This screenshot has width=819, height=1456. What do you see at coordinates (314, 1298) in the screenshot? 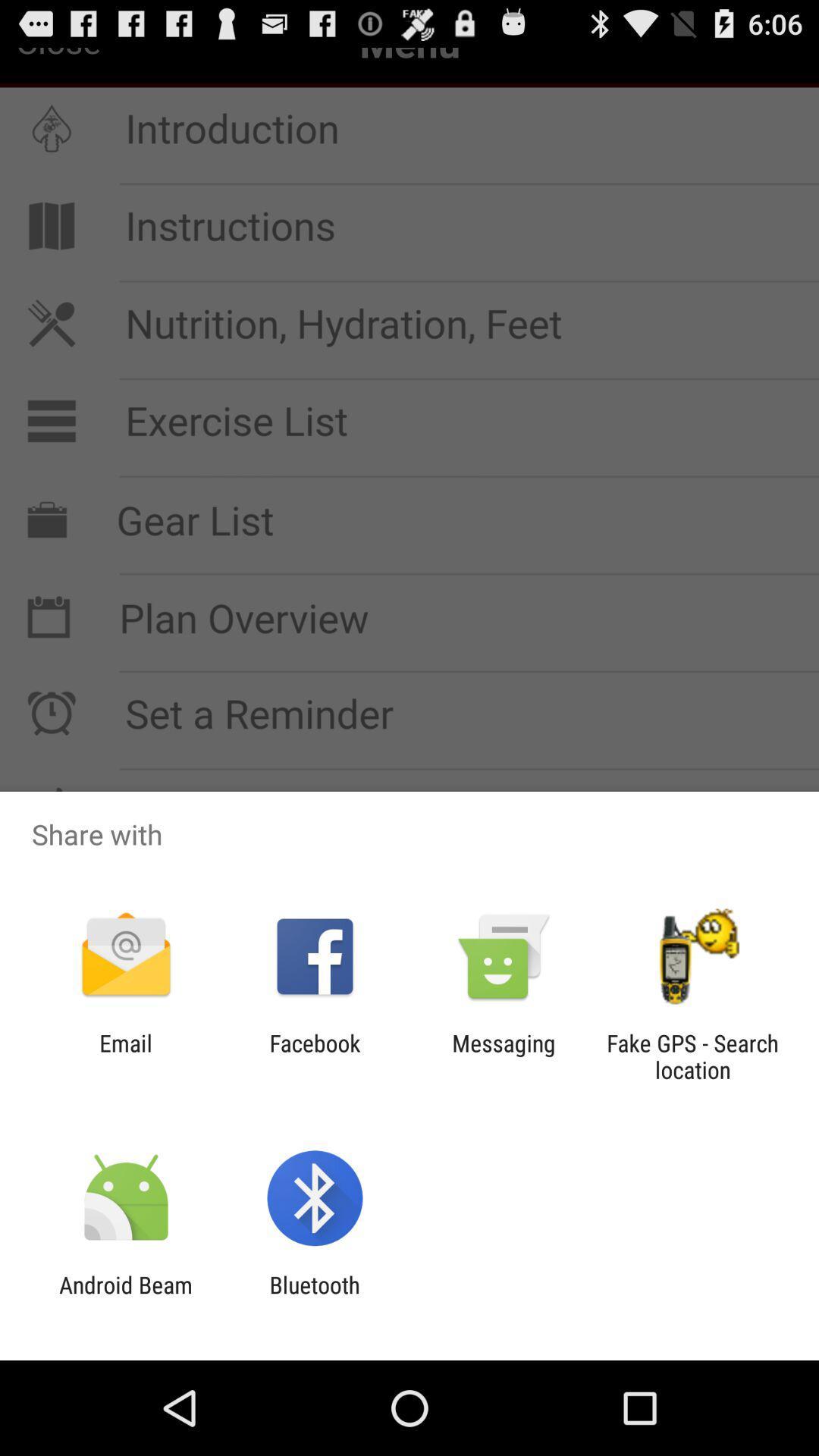
I see `the bluetooth icon` at bounding box center [314, 1298].